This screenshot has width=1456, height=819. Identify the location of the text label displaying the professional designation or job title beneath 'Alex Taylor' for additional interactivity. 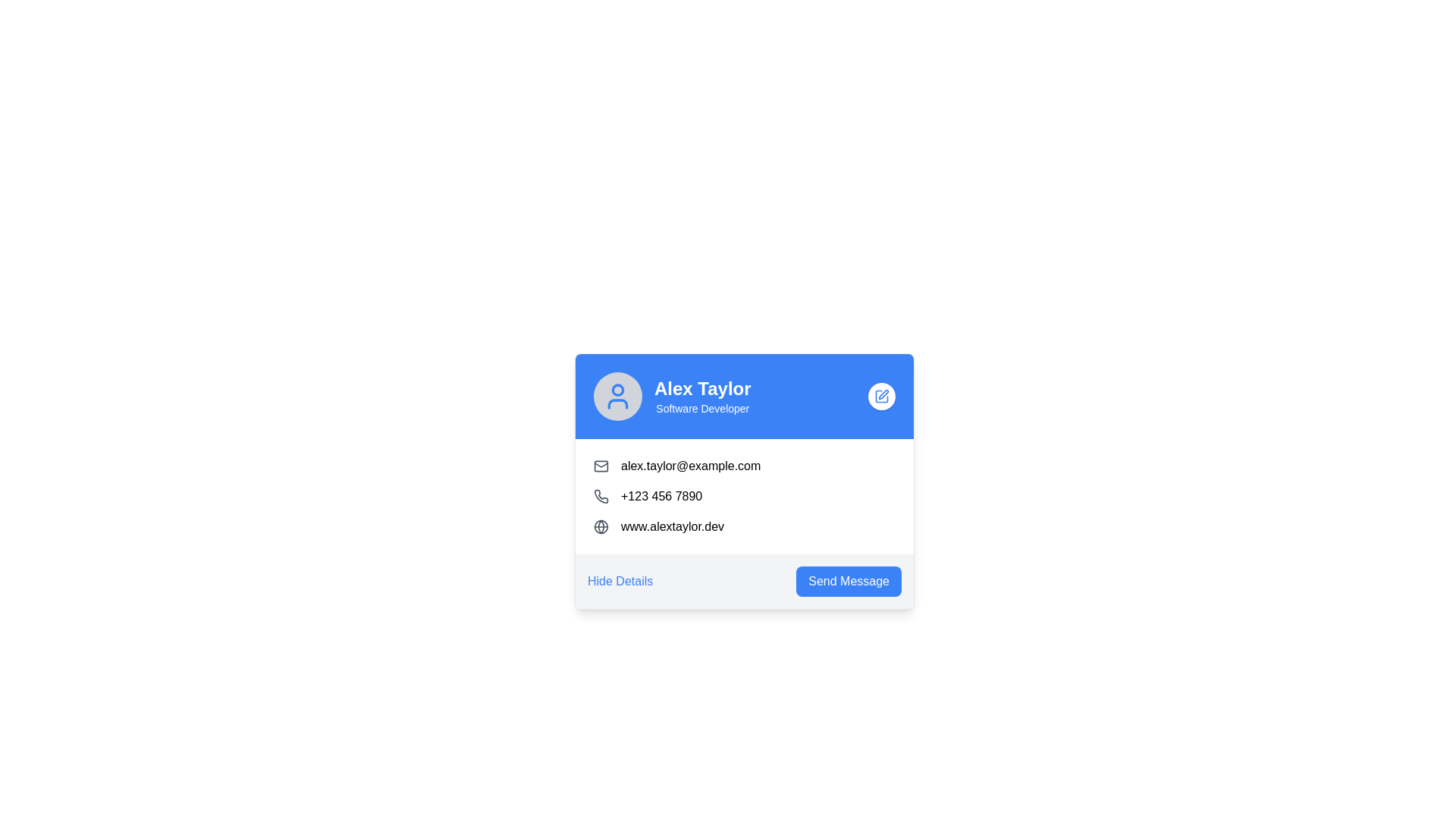
(701, 408).